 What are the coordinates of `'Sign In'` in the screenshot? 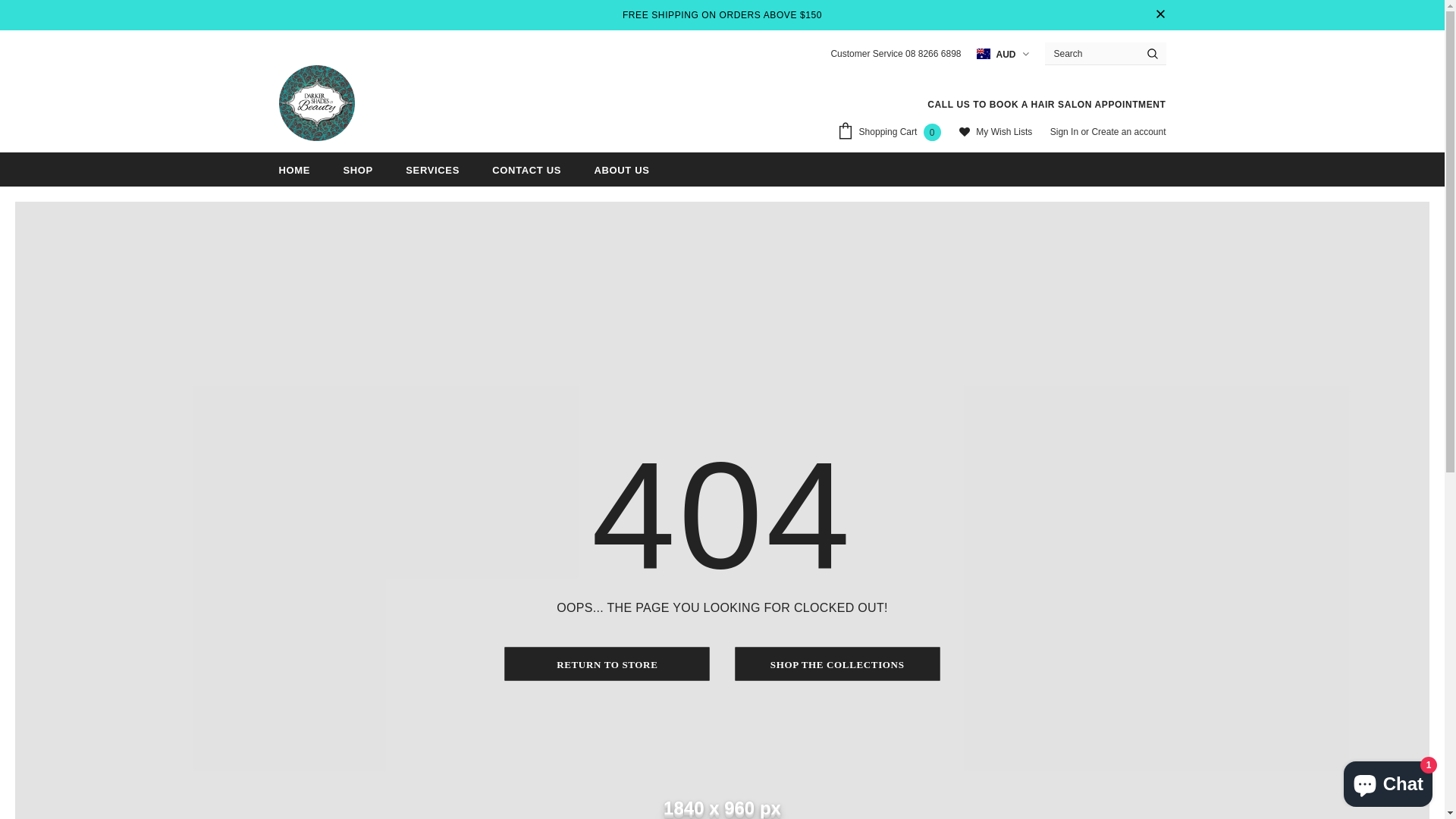 It's located at (1065, 130).